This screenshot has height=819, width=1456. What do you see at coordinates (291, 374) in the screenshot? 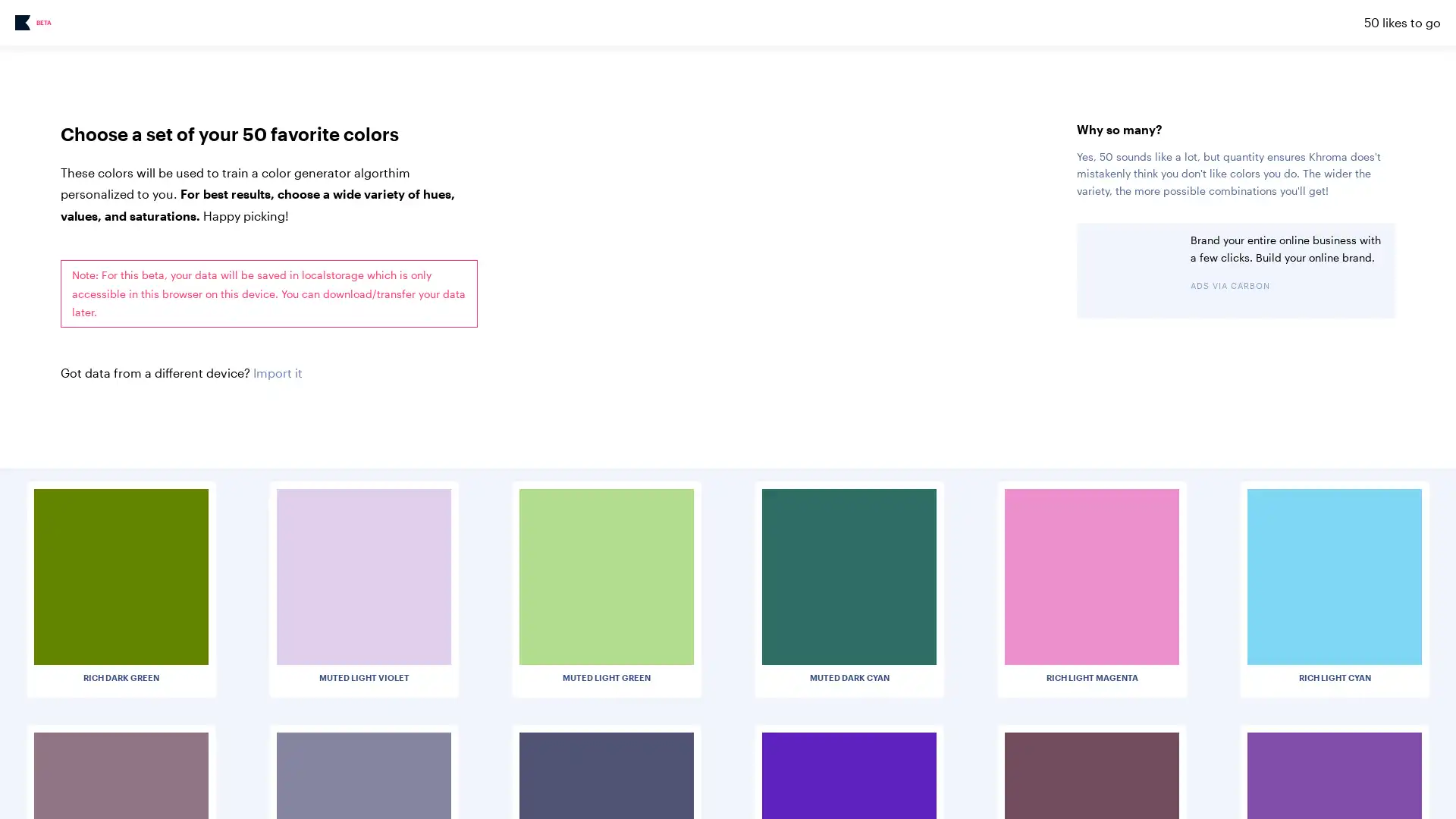
I see `Choose File` at bounding box center [291, 374].